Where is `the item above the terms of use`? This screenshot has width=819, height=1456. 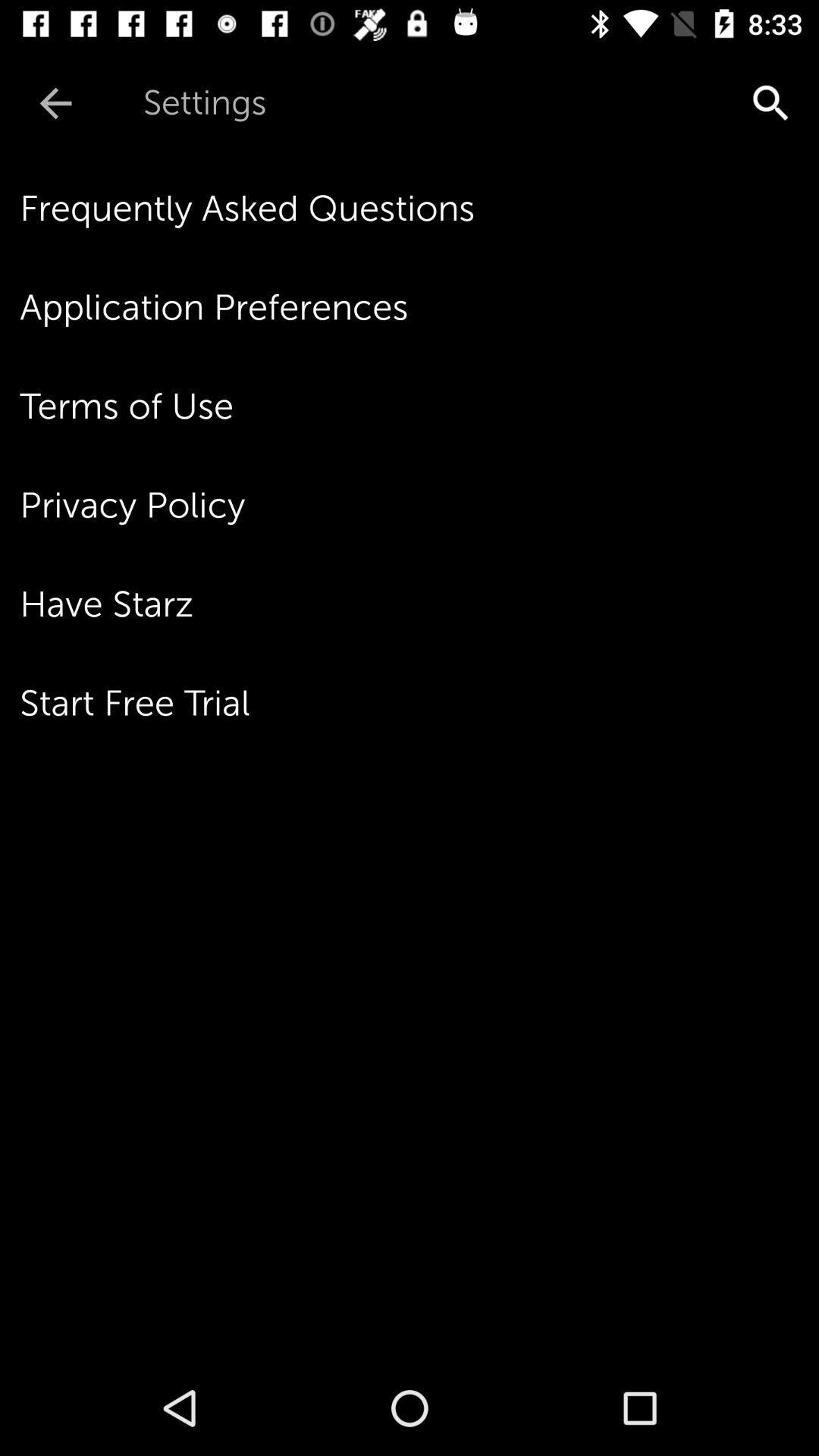 the item above the terms of use is located at coordinates (419, 306).